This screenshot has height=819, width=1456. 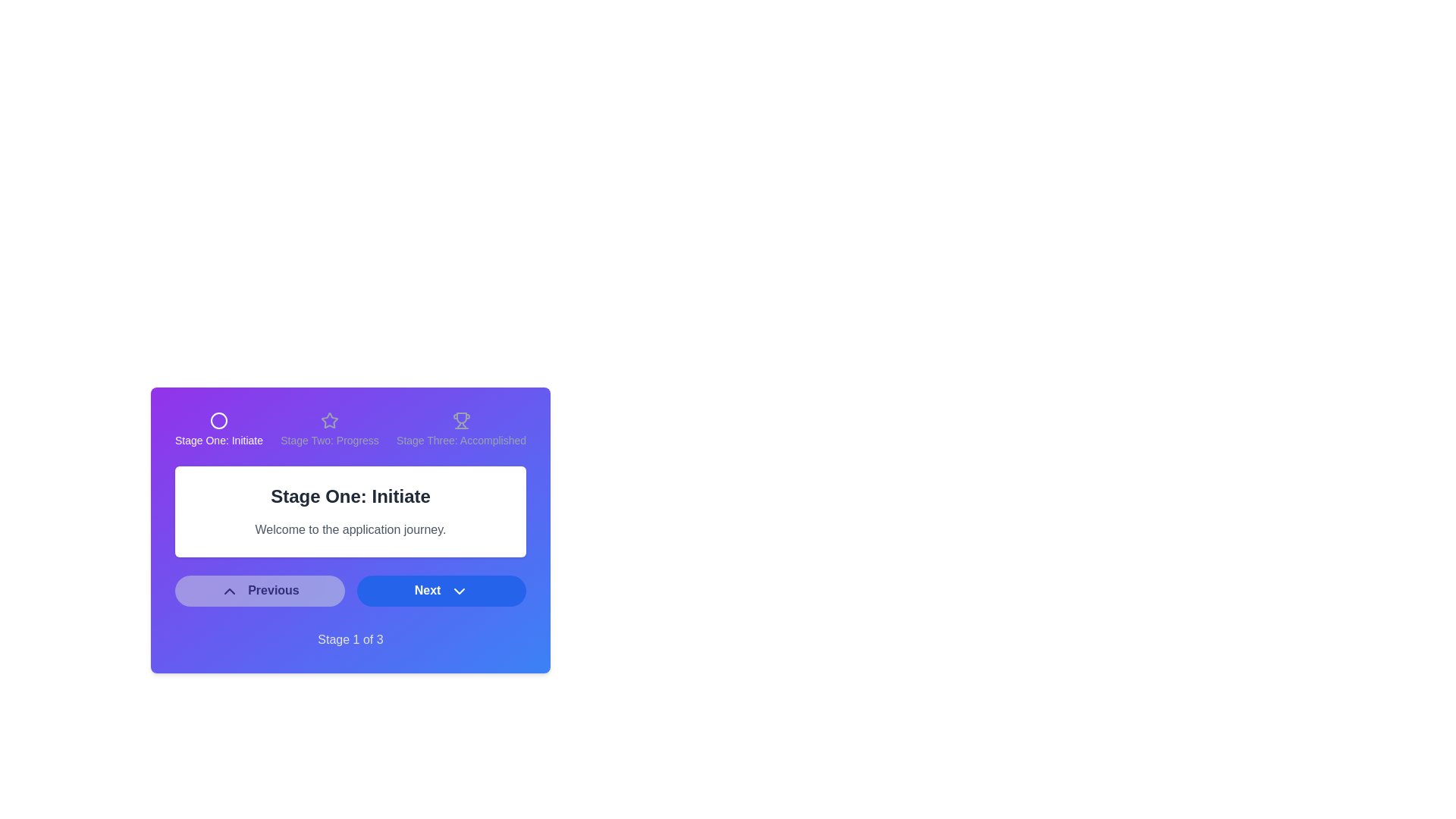 I want to click on the 'Stage Three' label, which indicates the final stage in the three-step progress tracker at the top-center of the application layout, so click(x=460, y=441).